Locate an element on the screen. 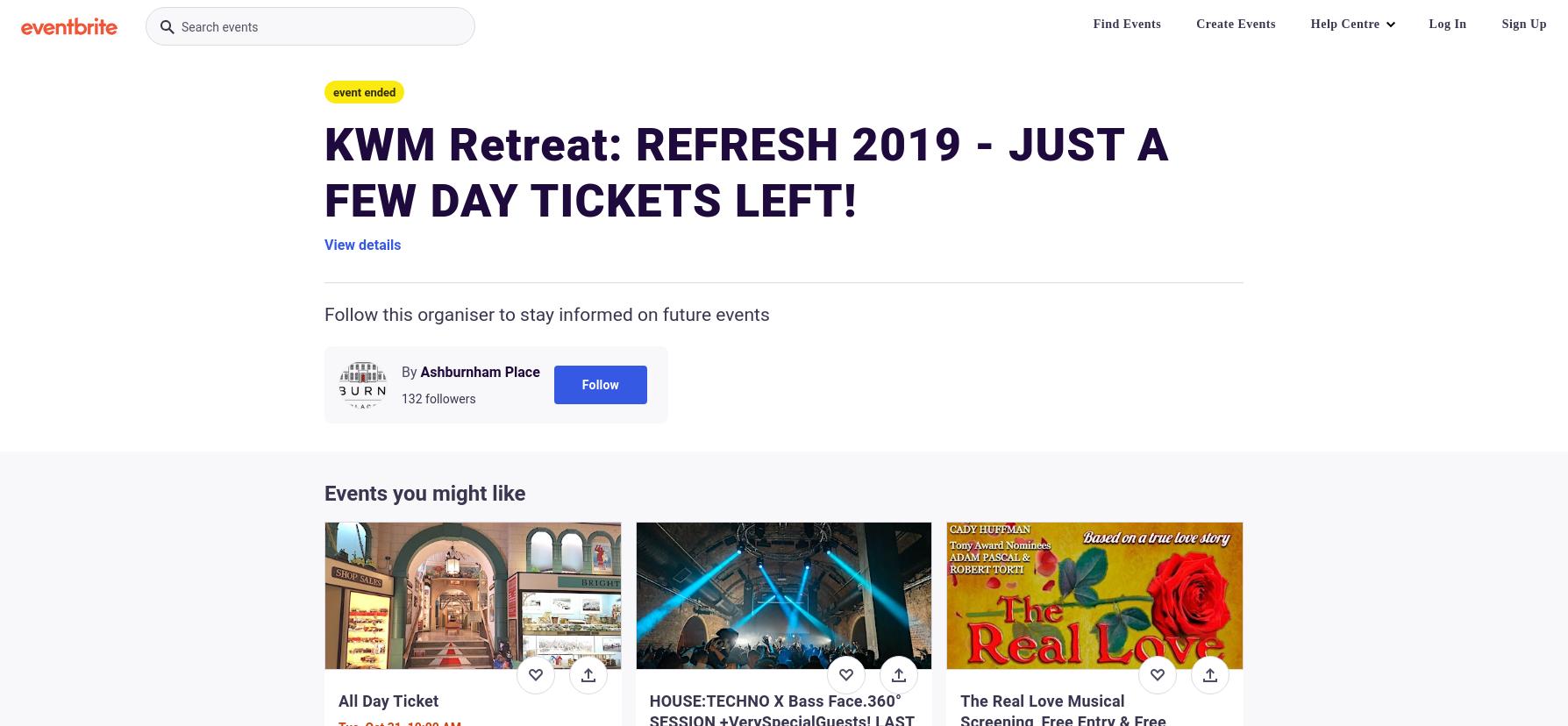  'Ashburnham Place' is located at coordinates (420, 372).